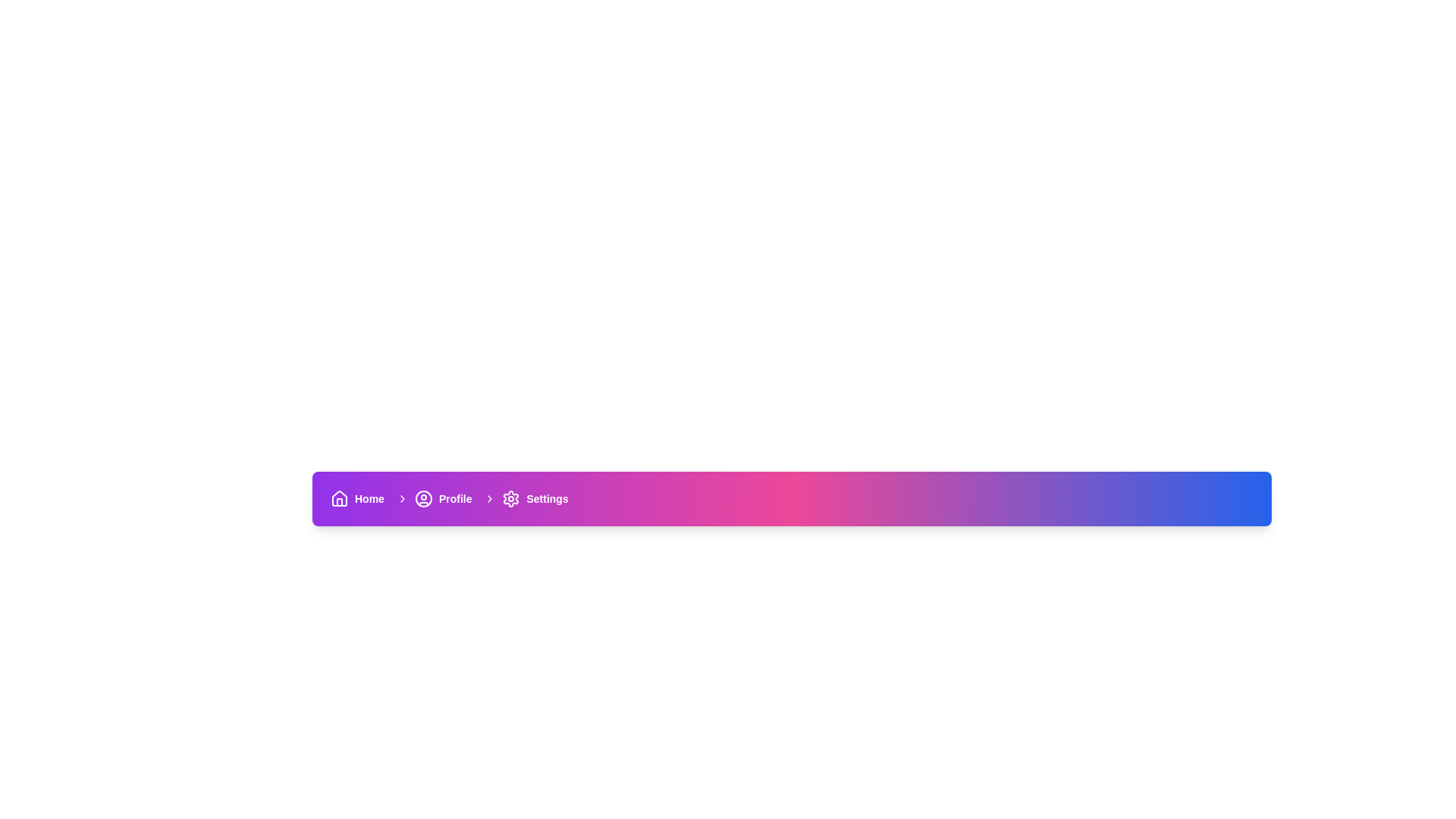 The image size is (1456, 819). What do you see at coordinates (535, 499) in the screenshot?
I see `the interactive navigation link for 'Settings' located at the far-right of the horizontal navigation bar` at bounding box center [535, 499].